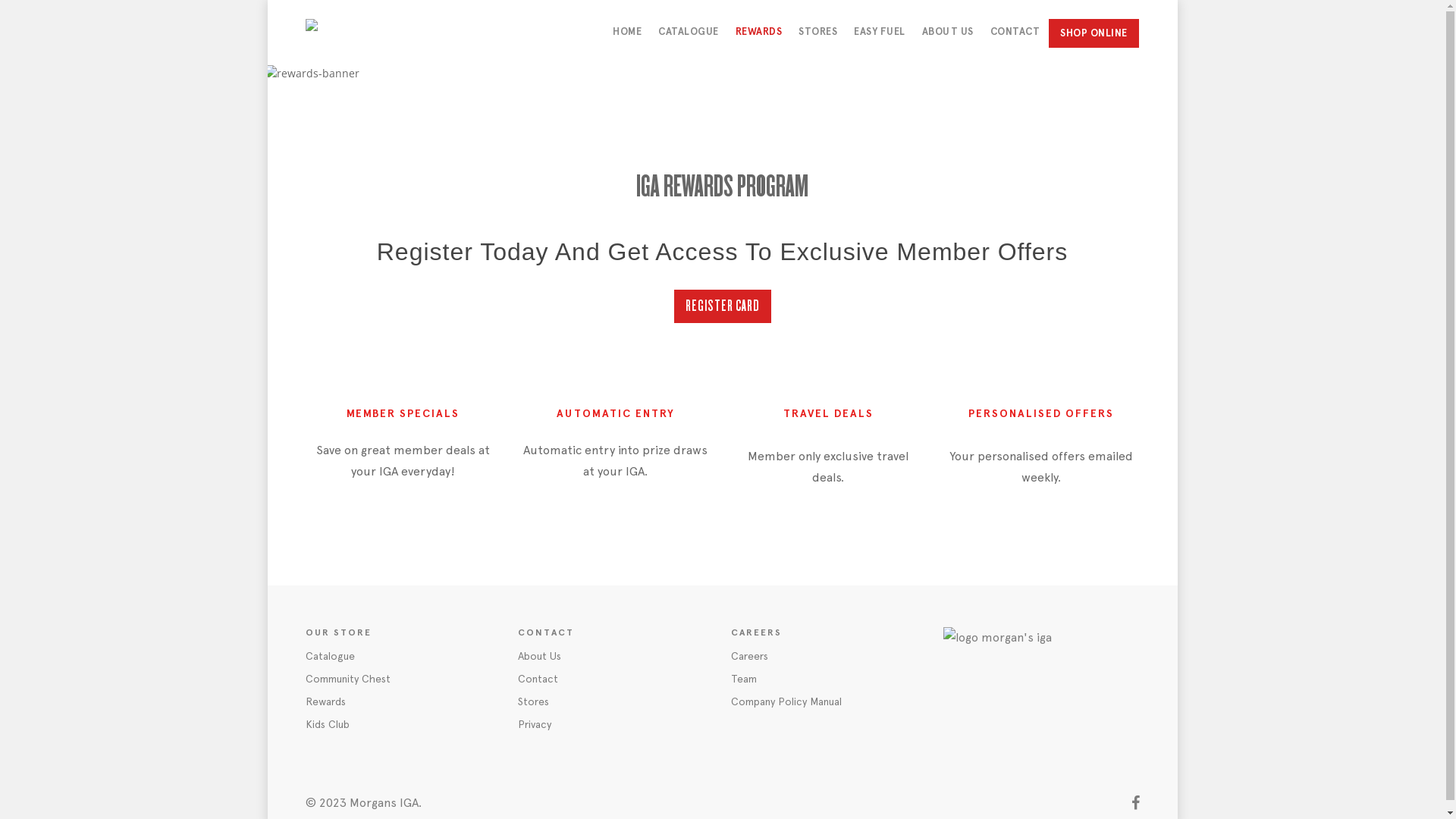 The image size is (1456, 819). I want to click on 'SHOP ONLINE', so click(1094, 33).